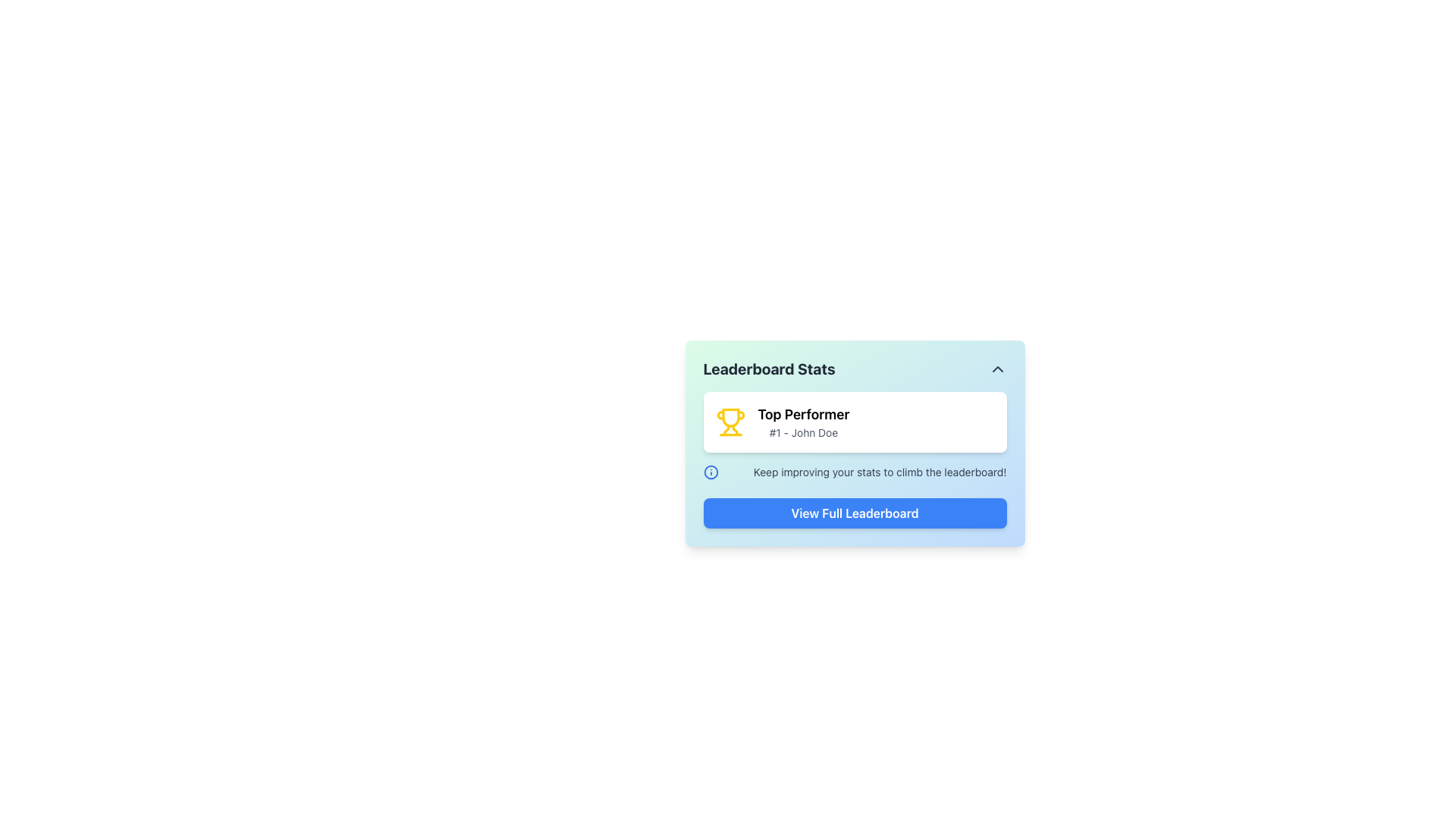 The width and height of the screenshot is (1456, 819). What do you see at coordinates (855, 435) in the screenshot?
I see `the Informative Section that provides information about the top performer within the 'Leaderboard Stats' card` at bounding box center [855, 435].